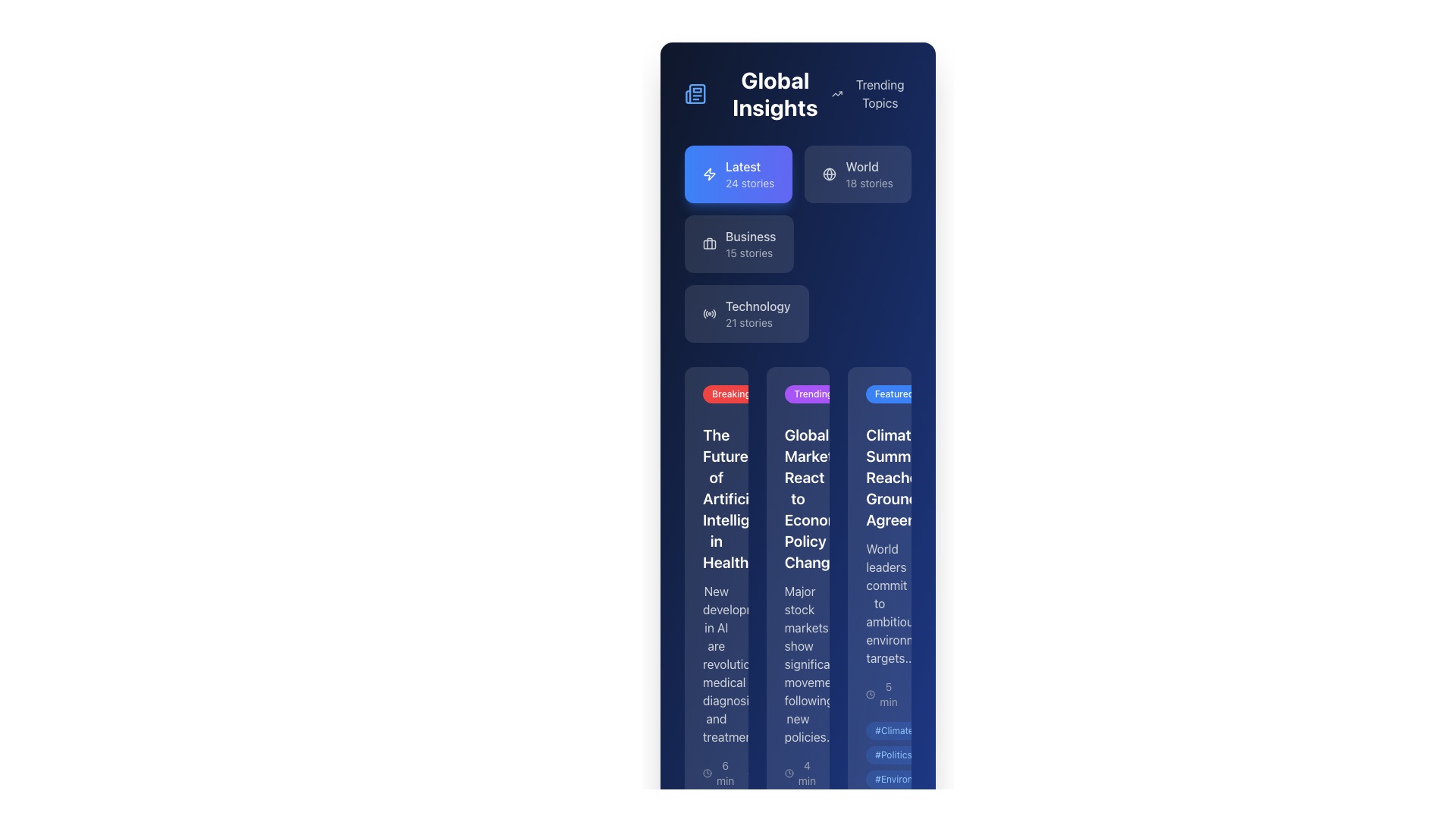 The image size is (1456, 819). What do you see at coordinates (797, 499) in the screenshot?
I see `the headline text element located in the second column of a card layout, positioned below the 'Trending' label and above the descriptive text about stock markets` at bounding box center [797, 499].